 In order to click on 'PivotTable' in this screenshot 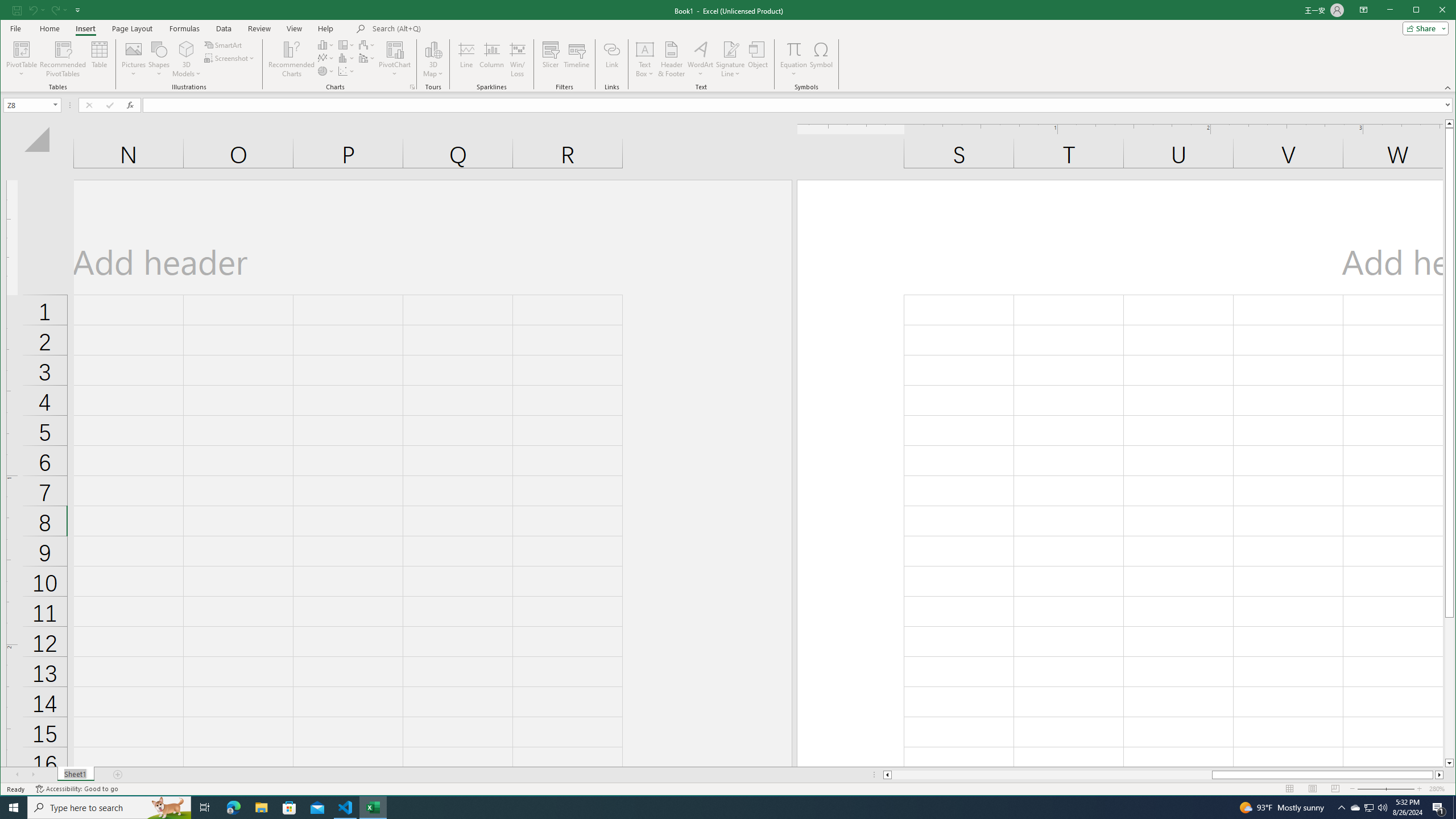, I will do `click(22, 48)`.